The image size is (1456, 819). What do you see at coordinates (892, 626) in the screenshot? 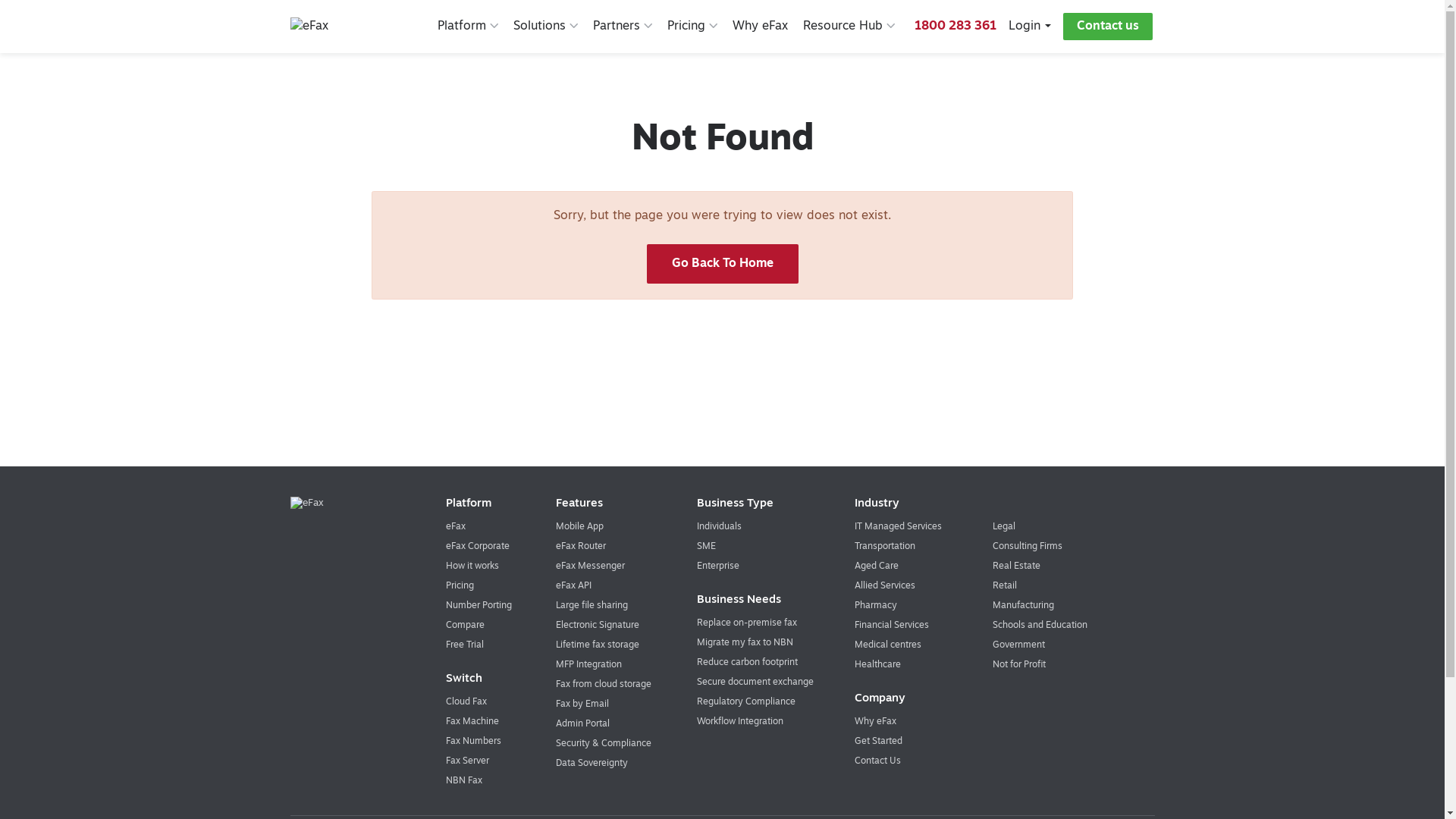
I see `'Financial Services'` at bounding box center [892, 626].